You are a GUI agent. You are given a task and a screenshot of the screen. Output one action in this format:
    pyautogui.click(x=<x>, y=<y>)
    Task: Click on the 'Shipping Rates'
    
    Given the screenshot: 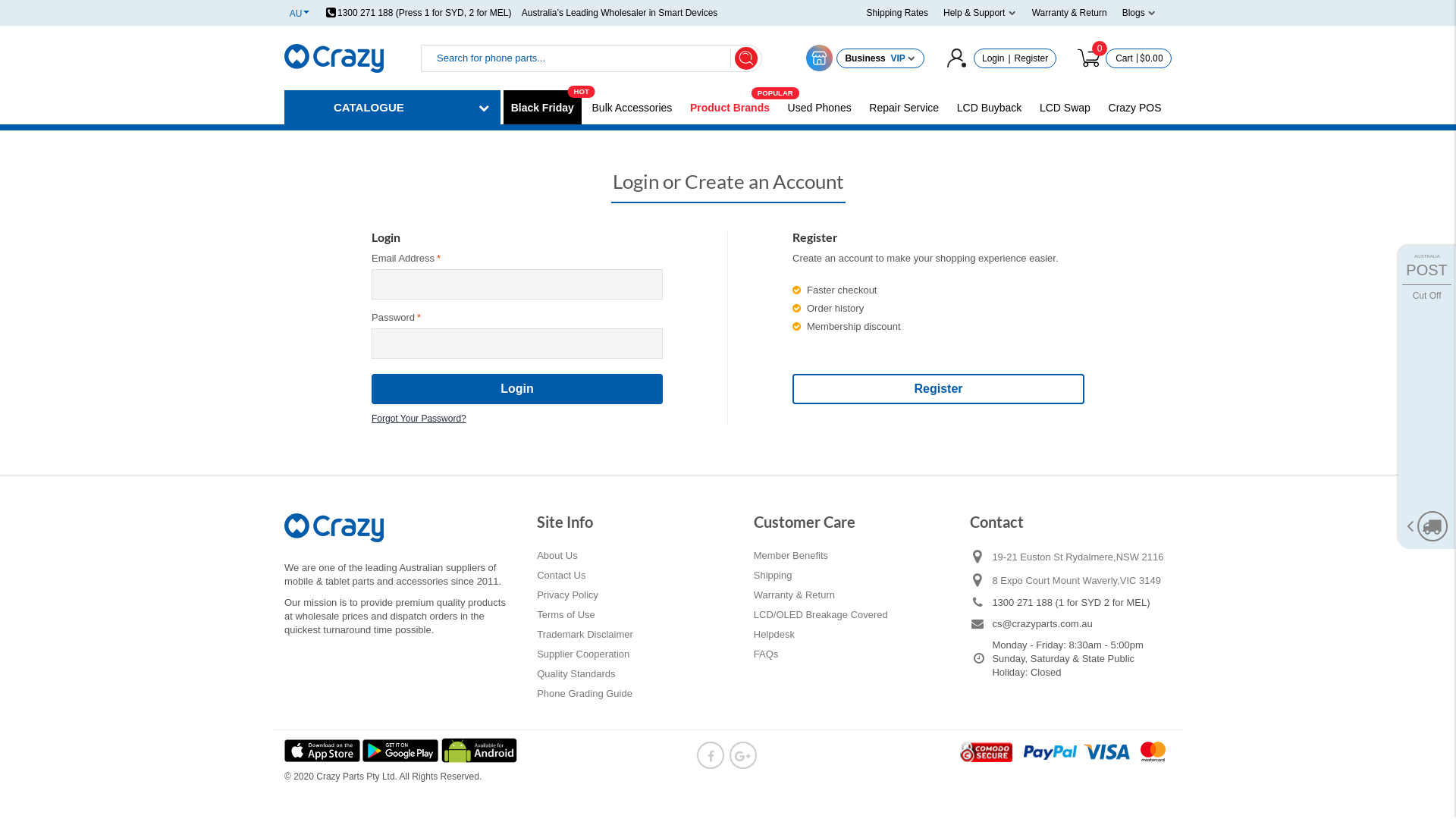 What is the action you would take?
    pyautogui.click(x=897, y=12)
    